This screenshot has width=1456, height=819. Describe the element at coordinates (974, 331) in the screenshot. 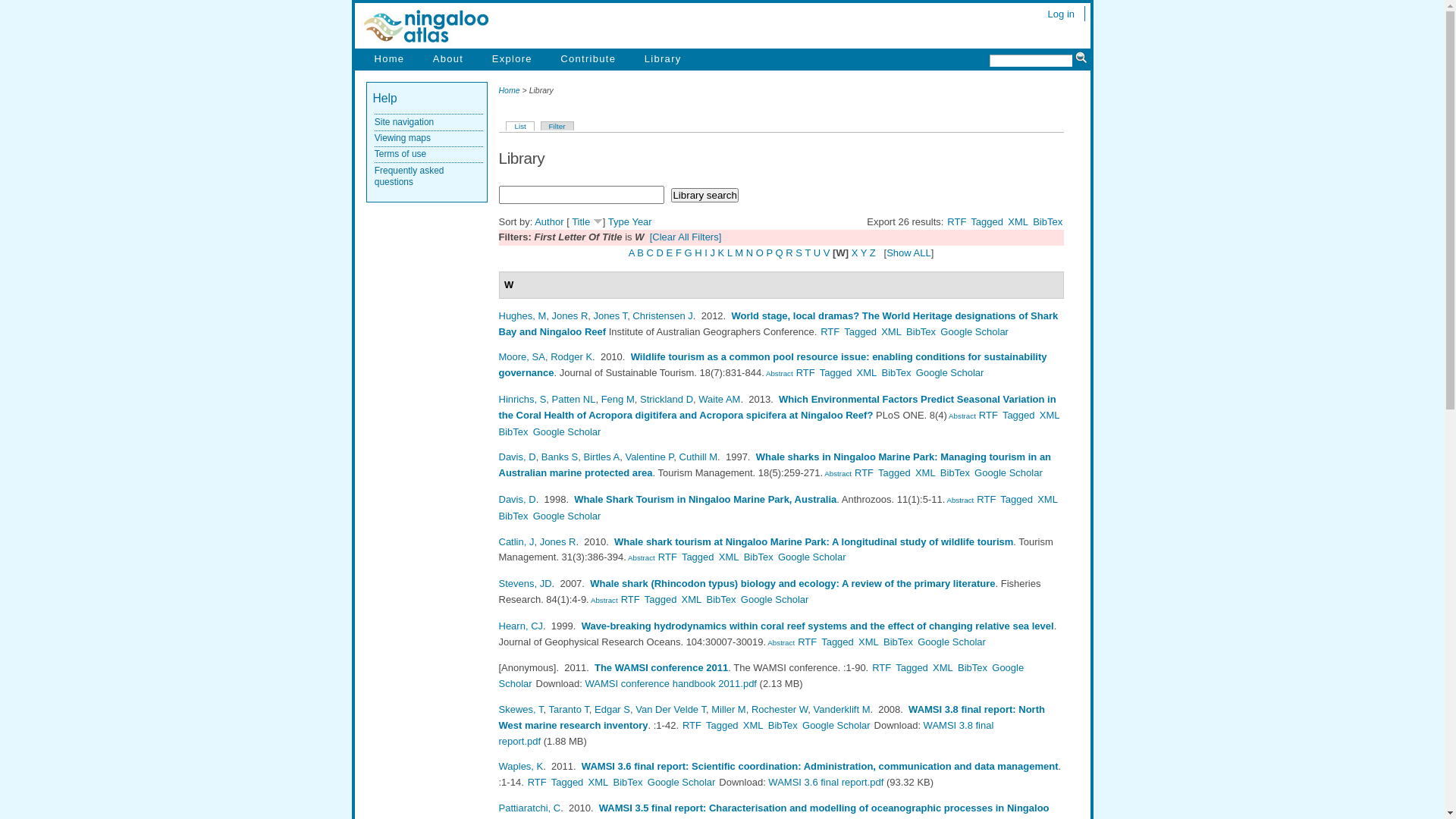

I see `'Google Scholar'` at that location.